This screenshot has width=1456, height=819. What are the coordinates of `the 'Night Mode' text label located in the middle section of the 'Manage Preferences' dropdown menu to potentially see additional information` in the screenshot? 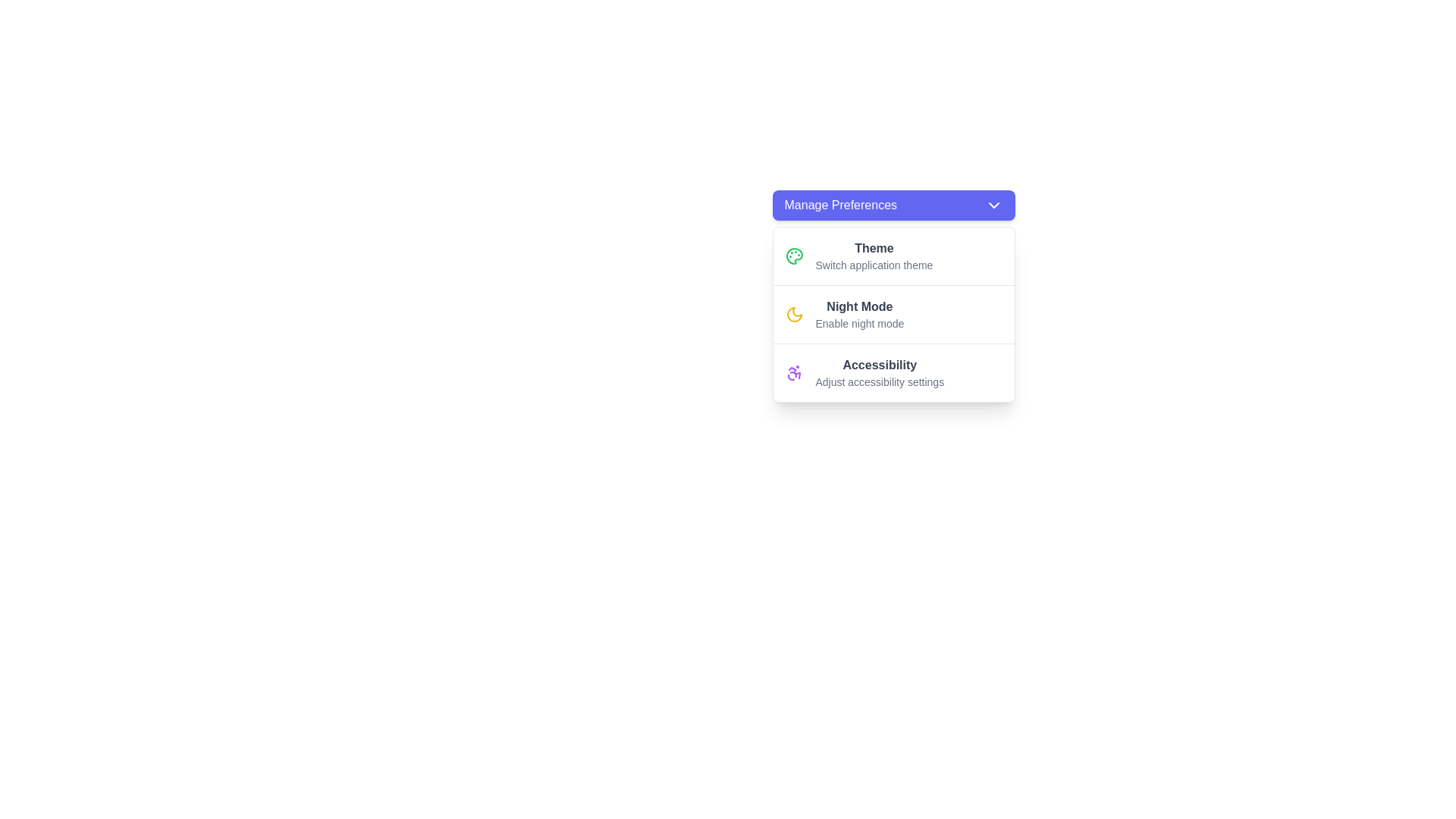 It's located at (859, 314).